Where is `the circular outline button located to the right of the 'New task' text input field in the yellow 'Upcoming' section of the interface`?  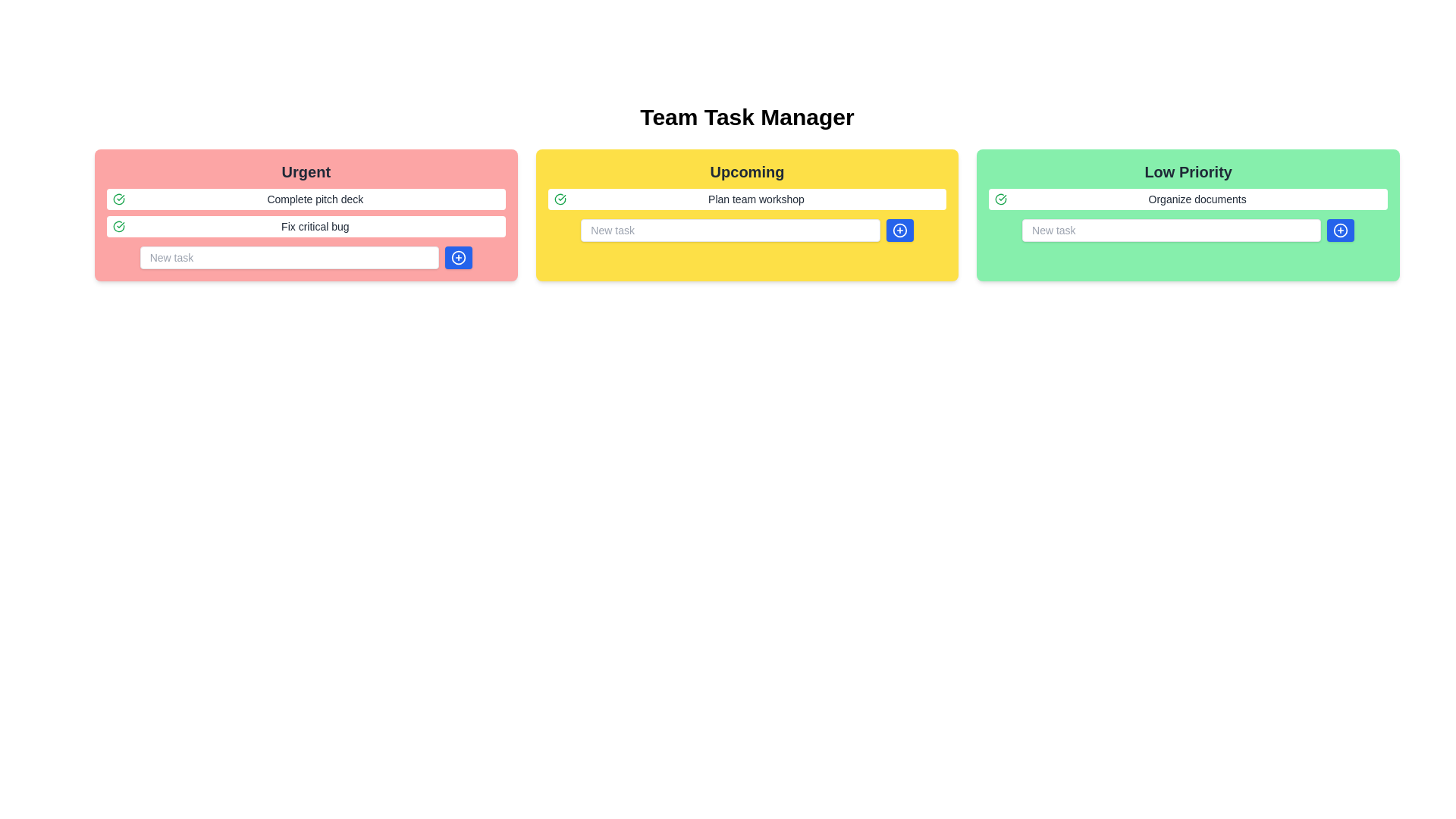
the circular outline button located to the right of the 'New task' text input field in the yellow 'Upcoming' section of the interface is located at coordinates (899, 231).